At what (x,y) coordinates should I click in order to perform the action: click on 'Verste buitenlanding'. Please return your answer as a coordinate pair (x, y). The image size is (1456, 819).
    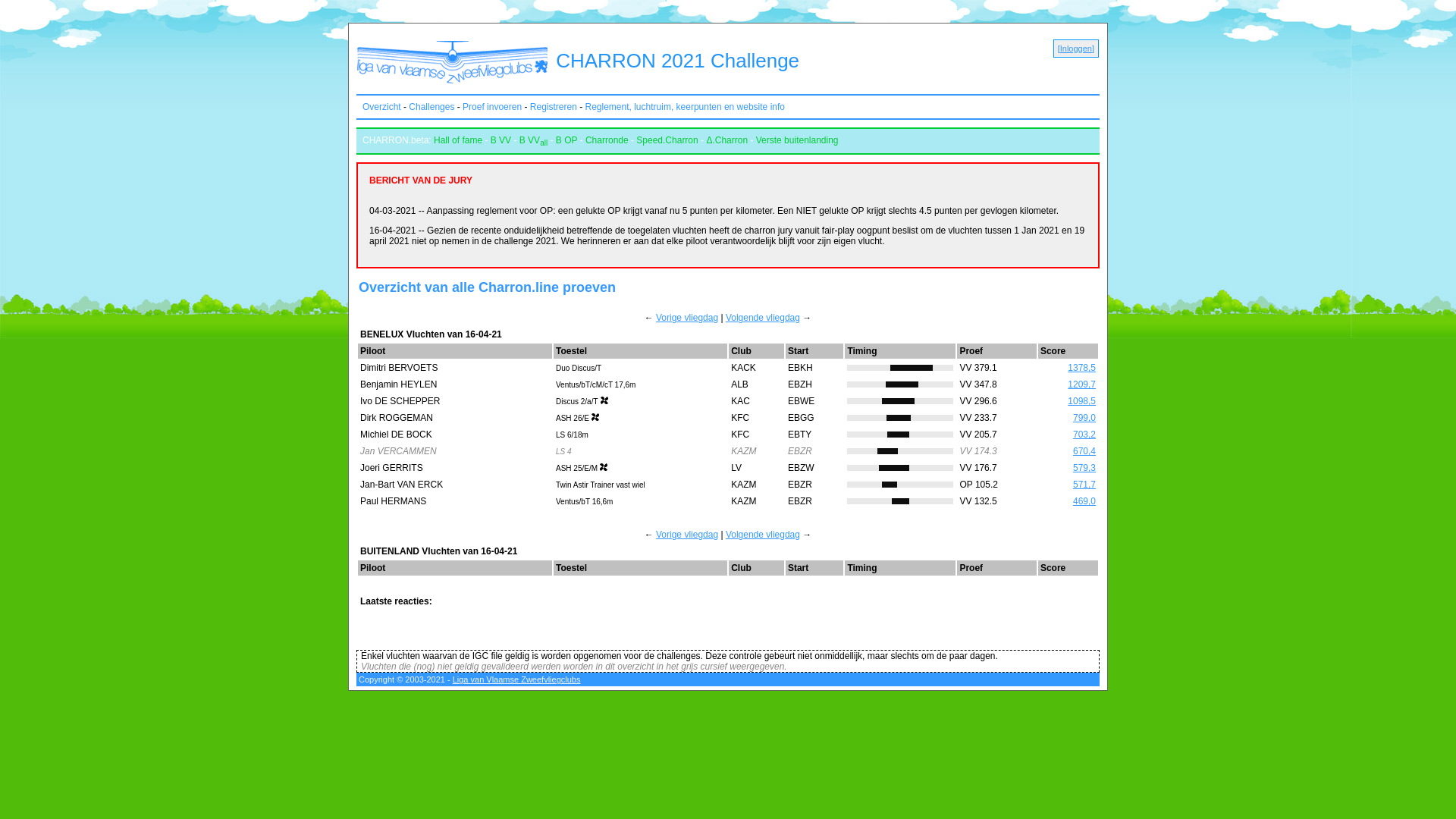
    Looking at the image, I should click on (796, 140).